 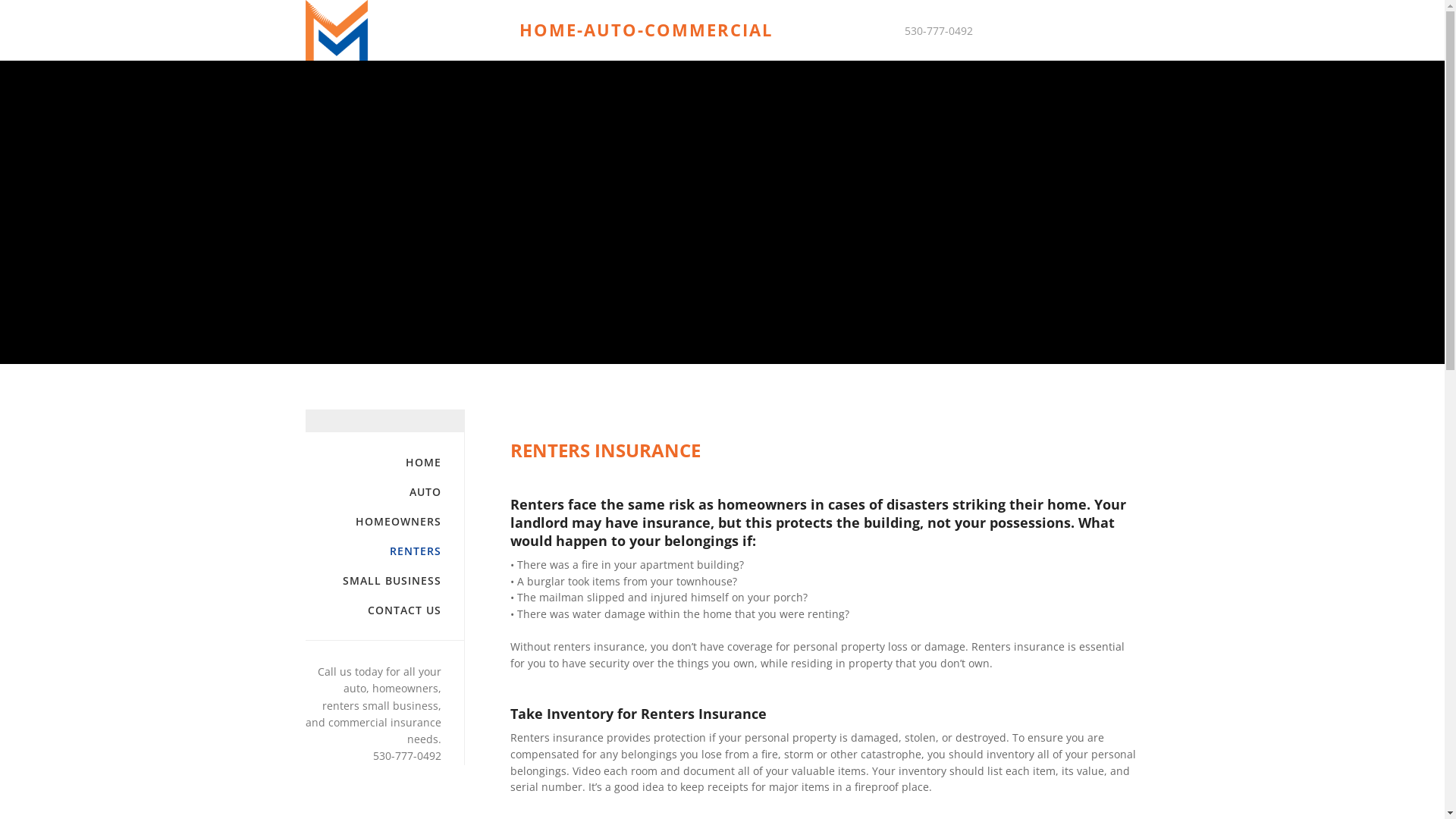 I want to click on 'SMALL BUSINESS', so click(x=304, y=580).